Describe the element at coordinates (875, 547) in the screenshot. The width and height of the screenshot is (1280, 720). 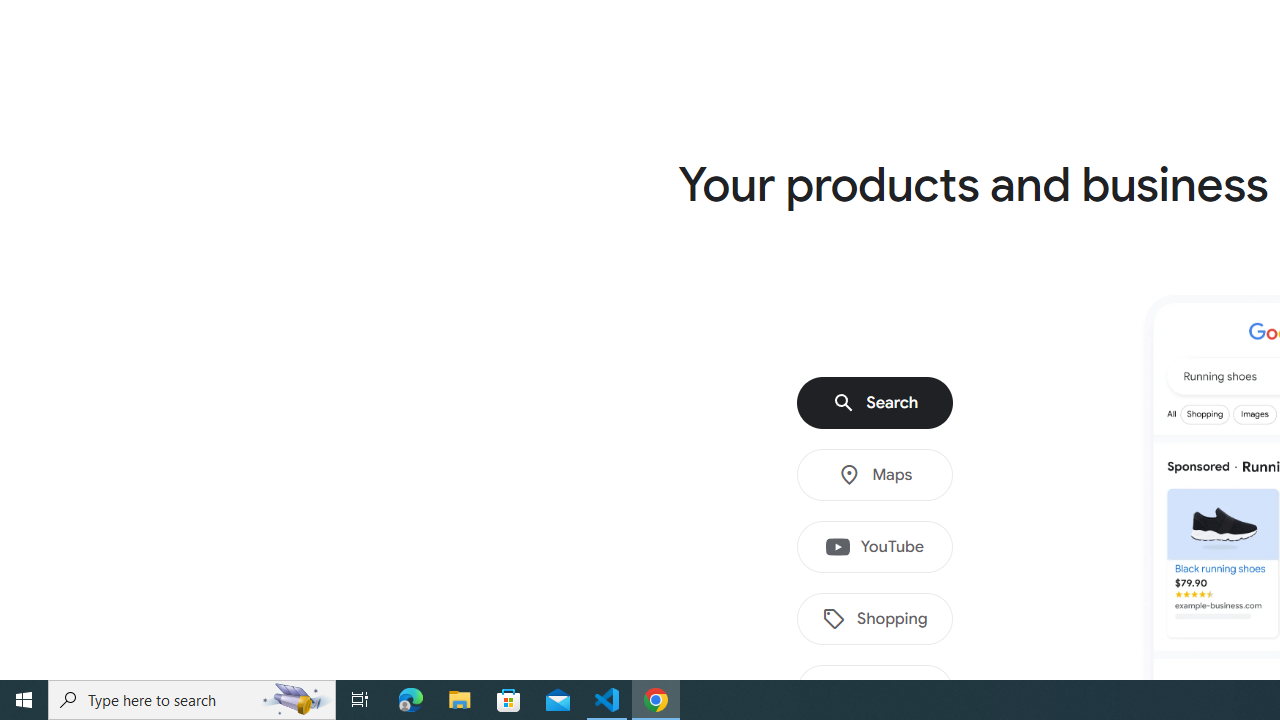
I see `'YouTube'` at that location.